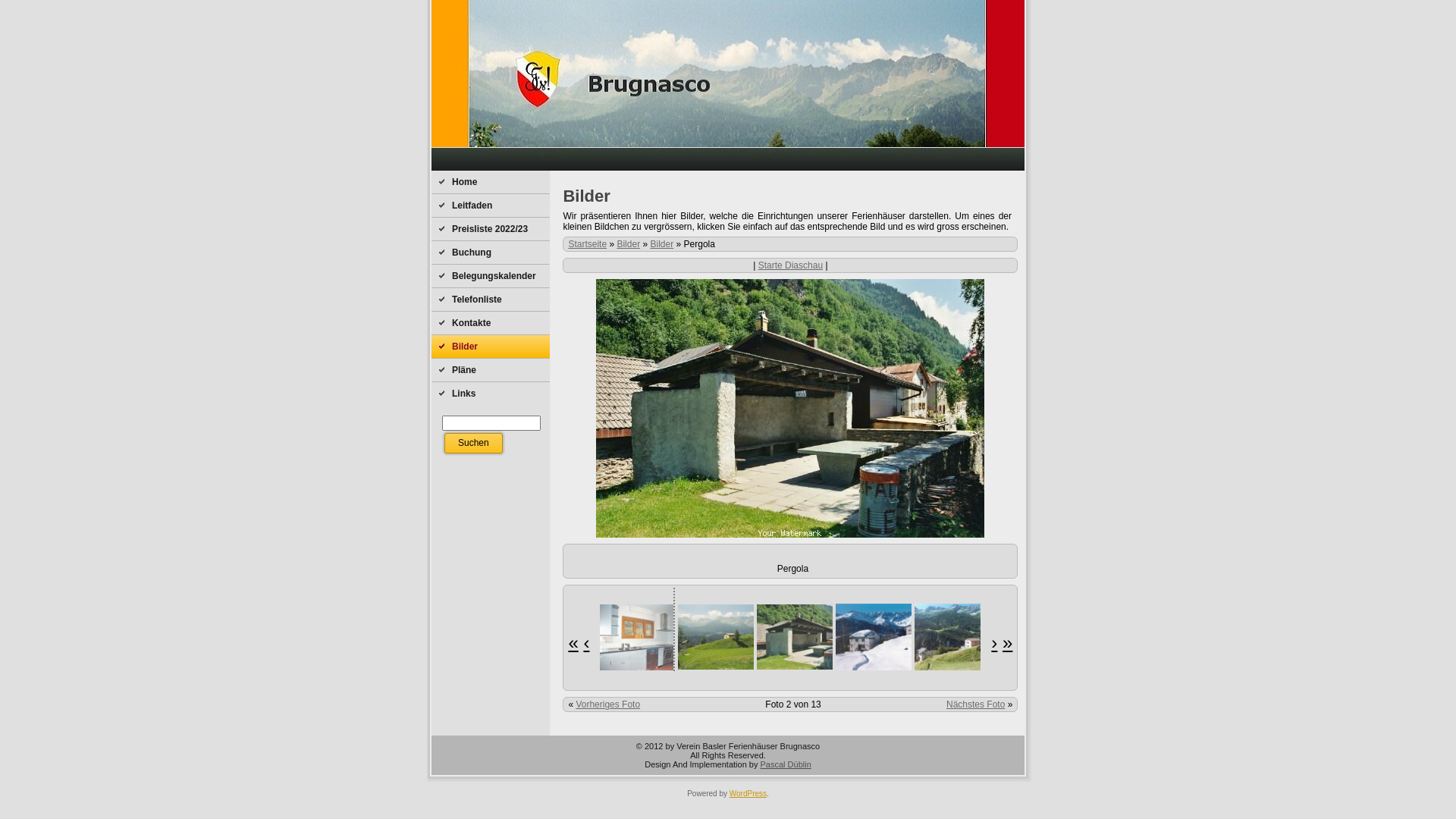 The width and height of the screenshot is (1456, 819). I want to click on 'Startseite', so click(586, 243).